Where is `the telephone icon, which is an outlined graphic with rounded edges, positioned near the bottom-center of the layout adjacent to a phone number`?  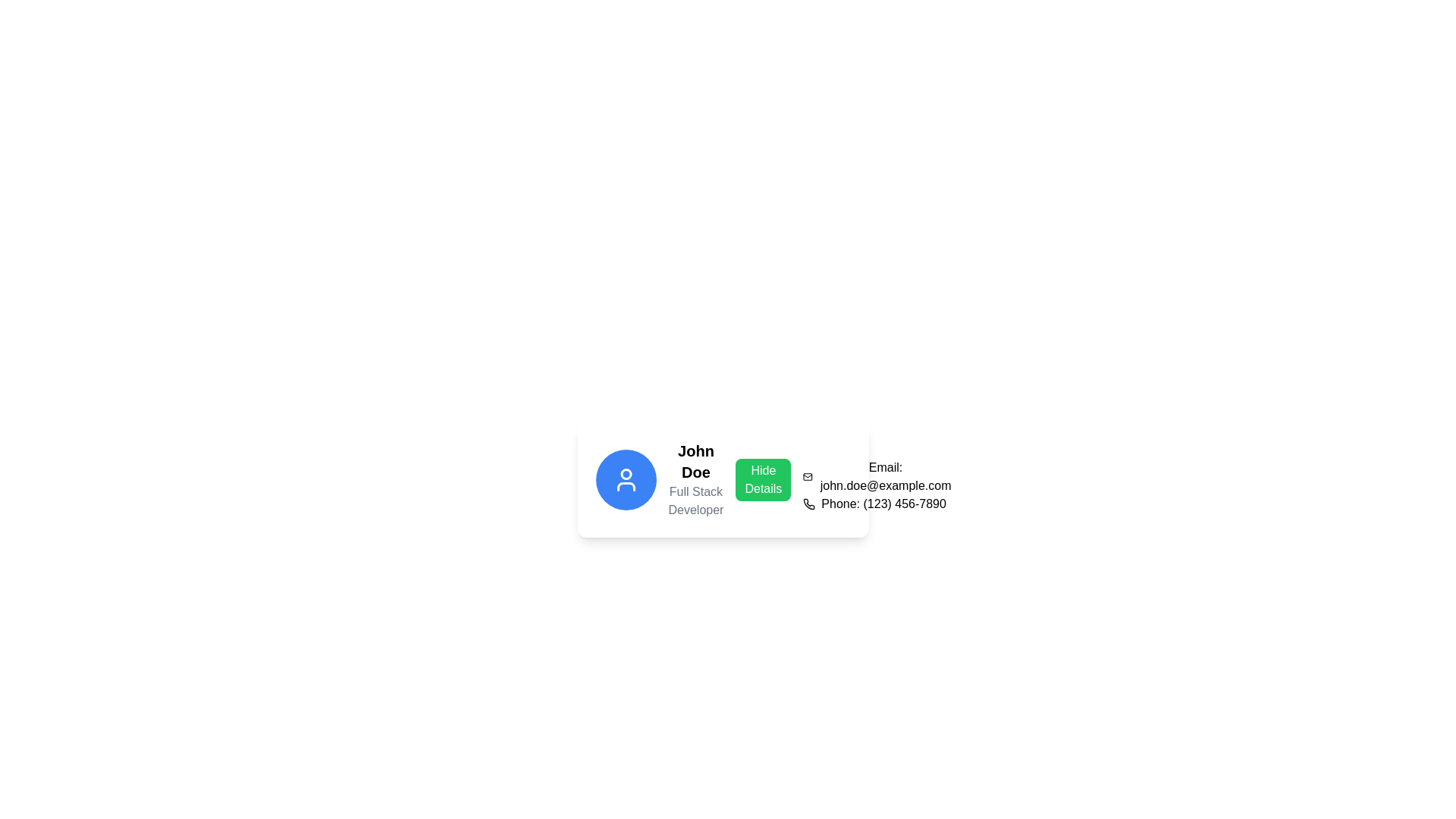
the telephone icon, which is an outlined graphic with rounded edges, positioned near the bottom-center of the layout adjacent to a phone number is located at coordinates (808, 504).